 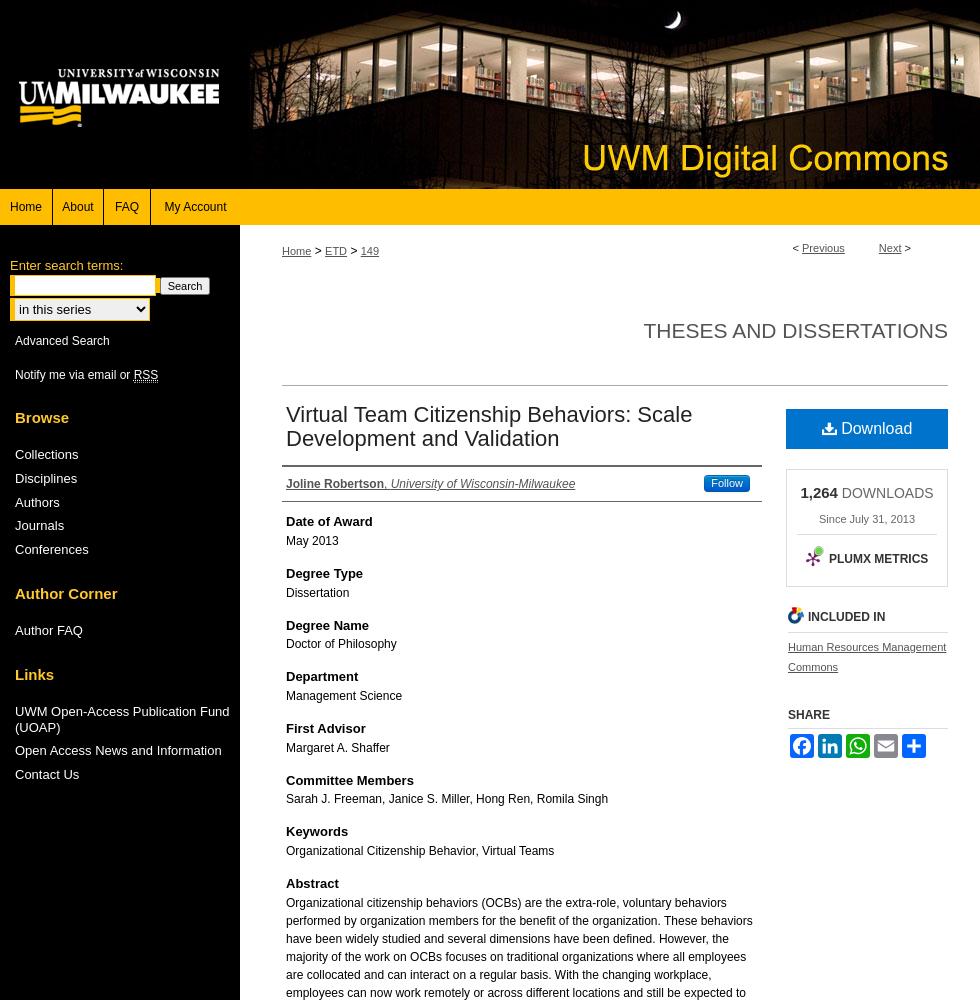 What do you see at coordinates (387, 483) in the screenshot?
I see `','` at bounding box center [387, 483].